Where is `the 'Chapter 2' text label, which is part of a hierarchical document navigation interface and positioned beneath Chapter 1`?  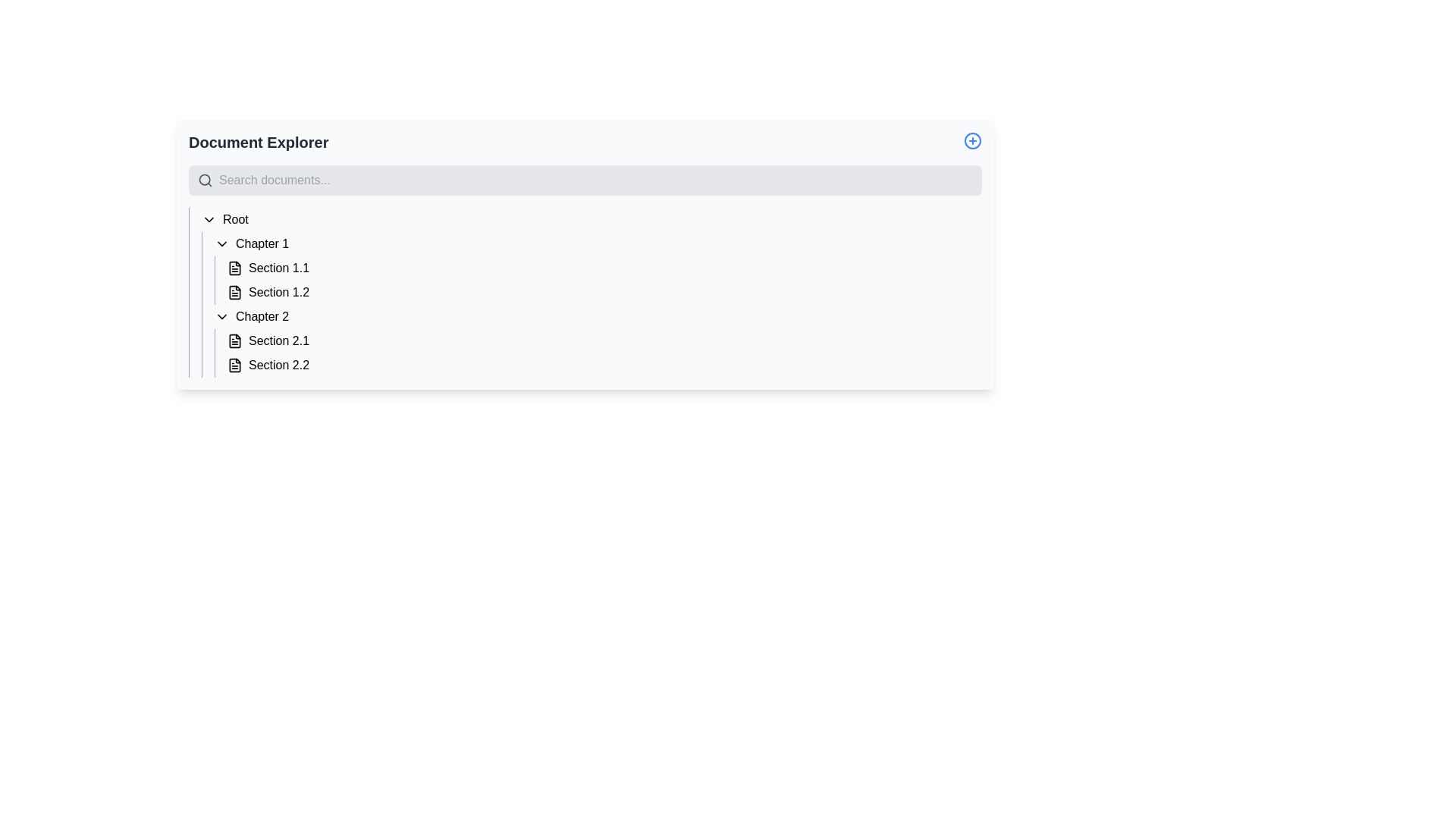
the 'Chapter 2' text label, which is part of a hierarchical document navigation interface and positioned beneath Chapter 1 is located at coordinates (262, 315).